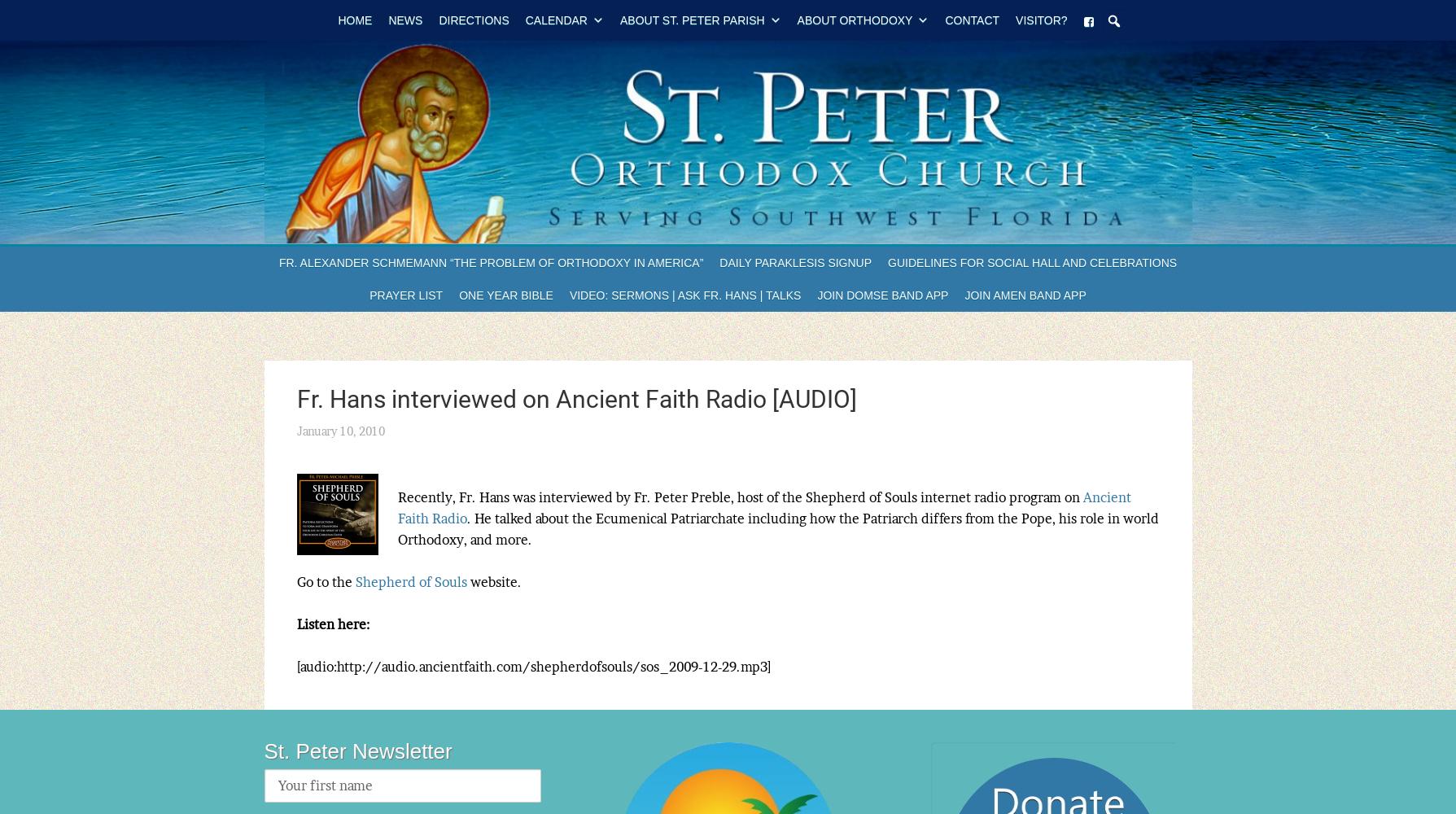 This screenshot has height=814, width=1456. What do you see at coordinates (458, 295) in the screenshot?
I see `'One Year Bible'` at bounding box center [458, 295].